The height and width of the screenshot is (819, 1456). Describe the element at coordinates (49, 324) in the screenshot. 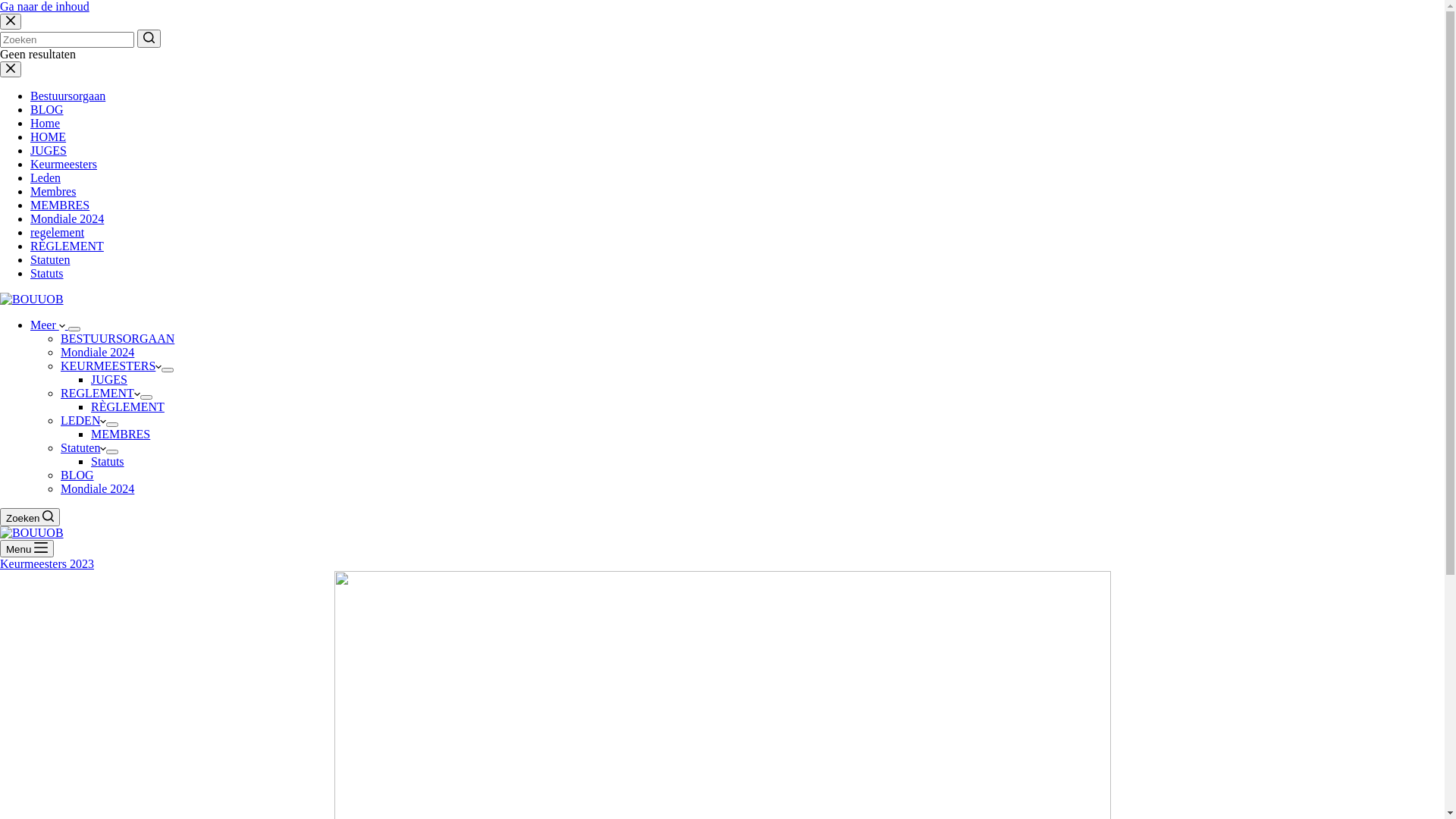

I see `'Meer'` at that location.